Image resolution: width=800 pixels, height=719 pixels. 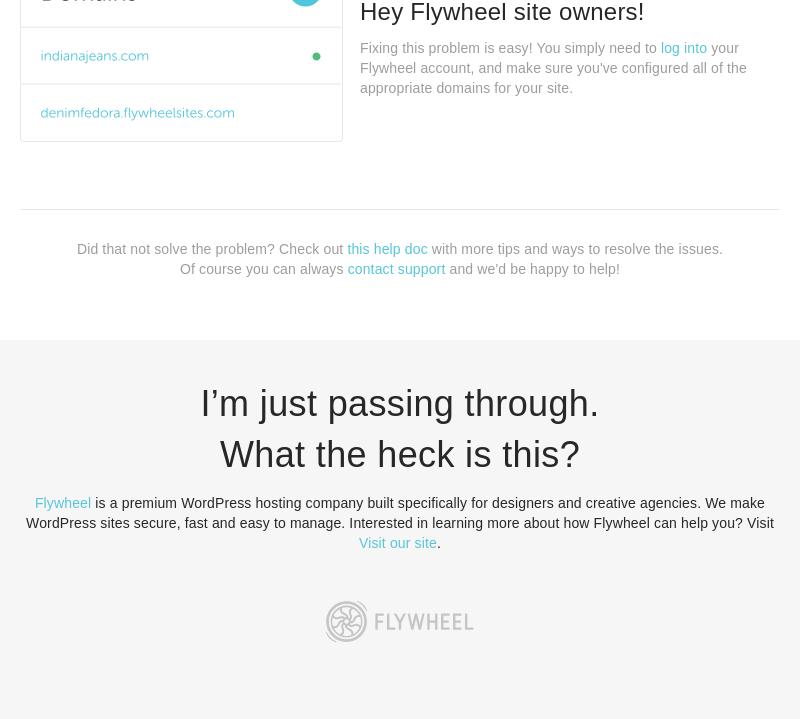 I want to click on 'Fixing this problem is easy! You simply need to', so click(x=360, y=47).